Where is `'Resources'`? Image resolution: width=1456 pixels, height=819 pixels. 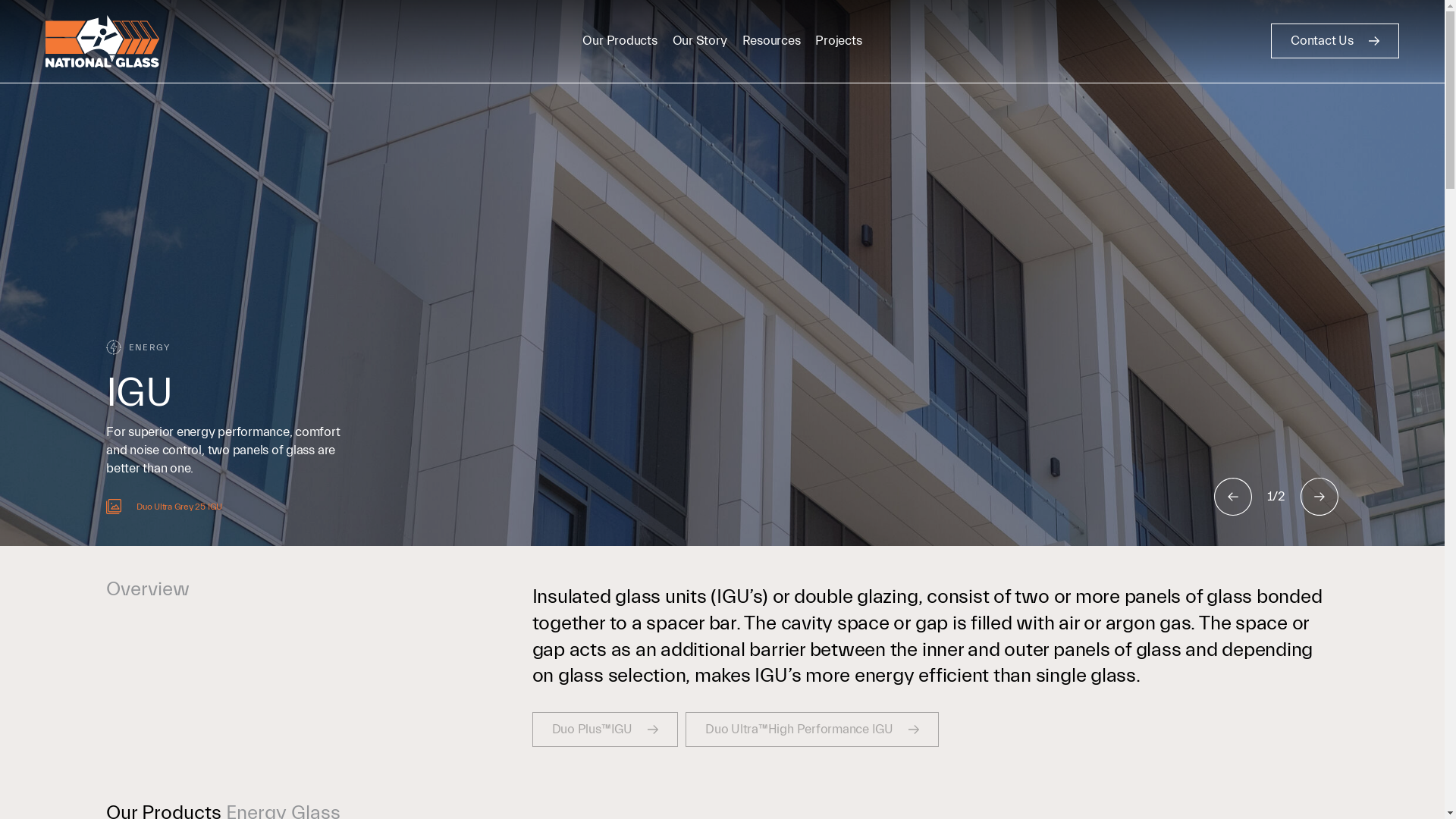 'Resources' is located at coordinates (771, 39).